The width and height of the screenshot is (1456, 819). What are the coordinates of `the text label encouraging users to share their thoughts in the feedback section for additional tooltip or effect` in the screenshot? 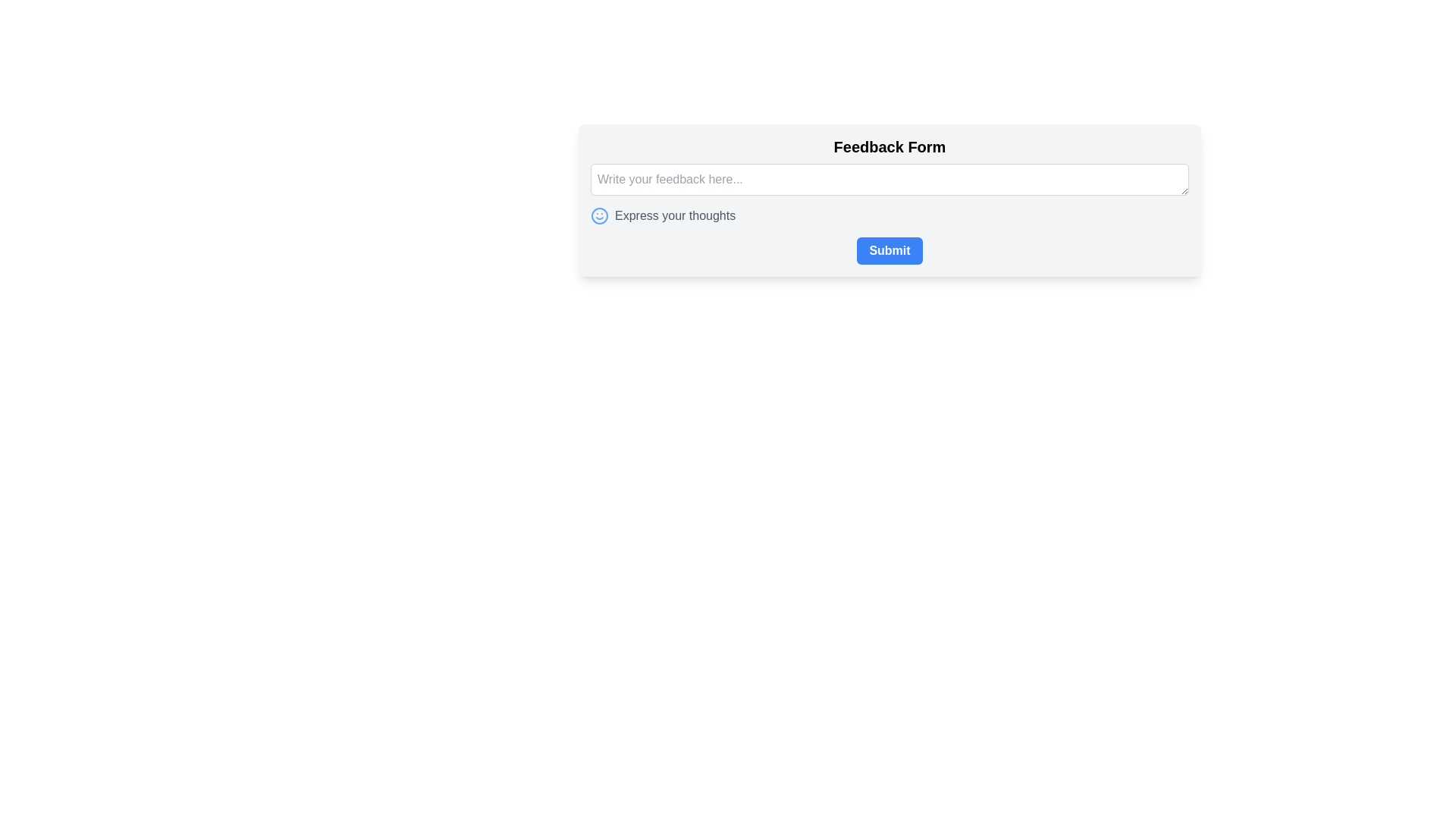 It's located at (674, 216).